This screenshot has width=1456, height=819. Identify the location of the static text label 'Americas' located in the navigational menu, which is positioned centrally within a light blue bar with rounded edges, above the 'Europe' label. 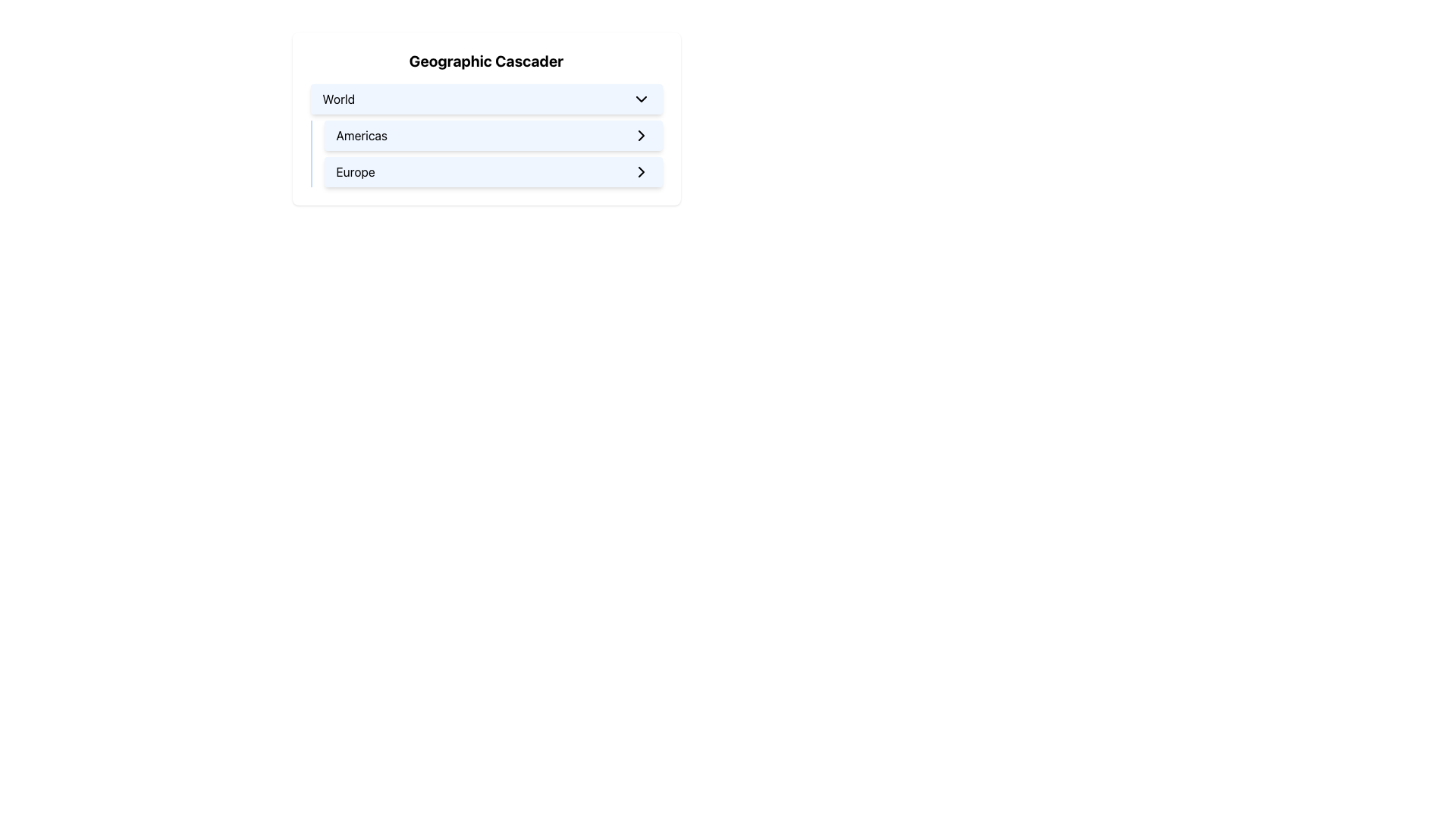
(361, 134).